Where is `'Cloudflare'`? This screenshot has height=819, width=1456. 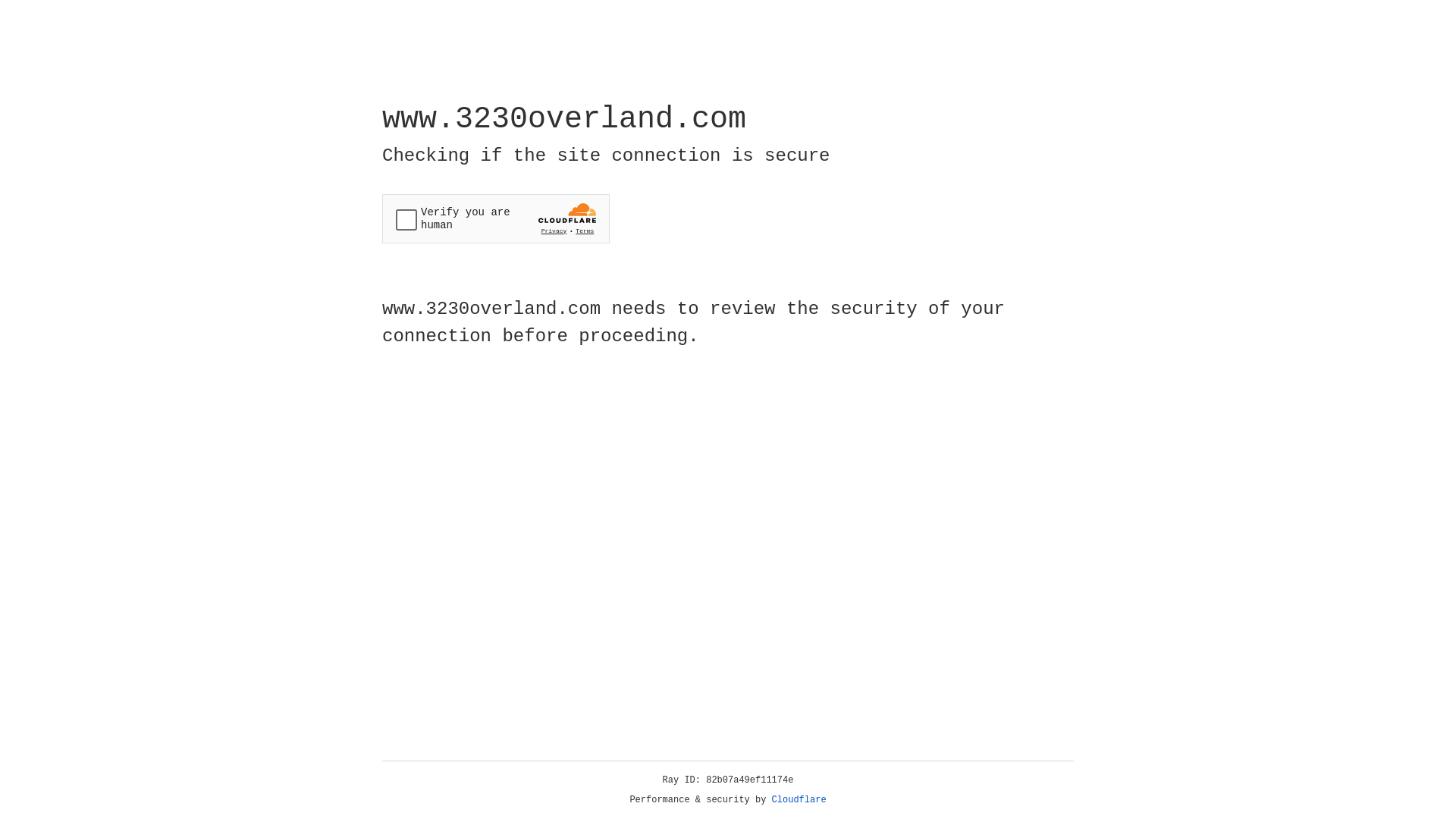
'Cloudflare' is located at coordinates (799, 799).